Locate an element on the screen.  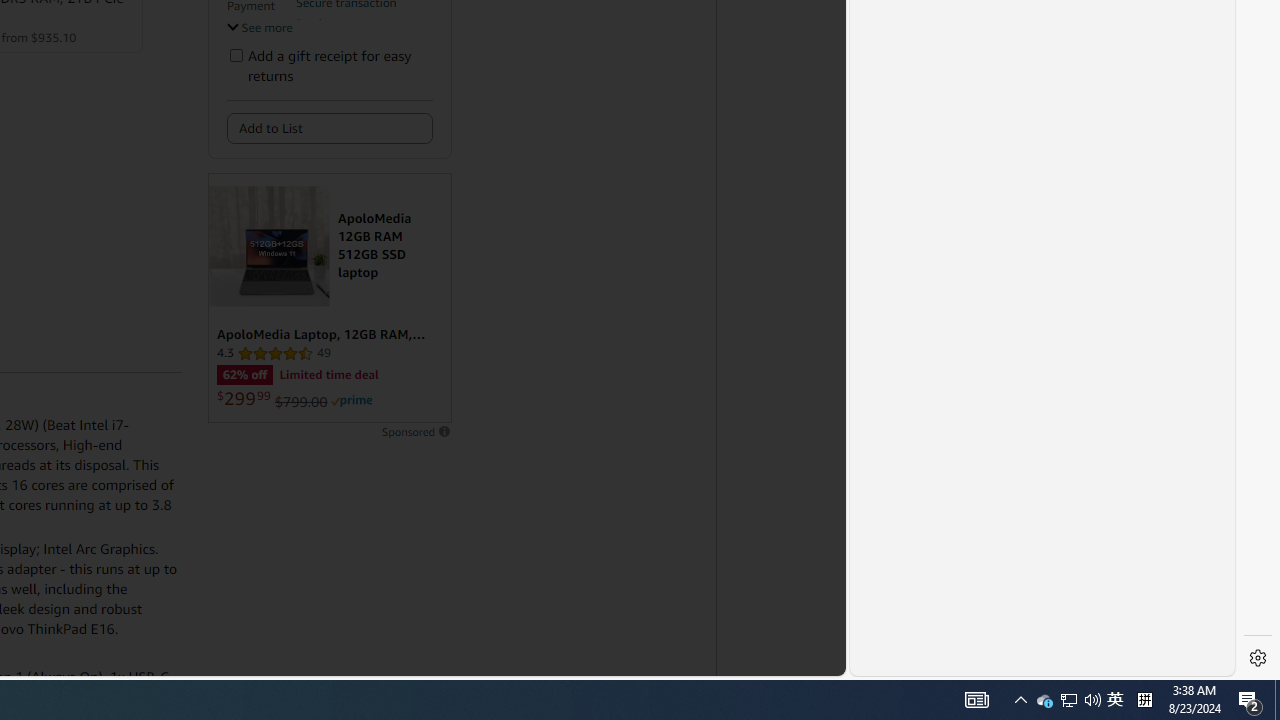
'Add to List' is located at coordinates (330, 128).